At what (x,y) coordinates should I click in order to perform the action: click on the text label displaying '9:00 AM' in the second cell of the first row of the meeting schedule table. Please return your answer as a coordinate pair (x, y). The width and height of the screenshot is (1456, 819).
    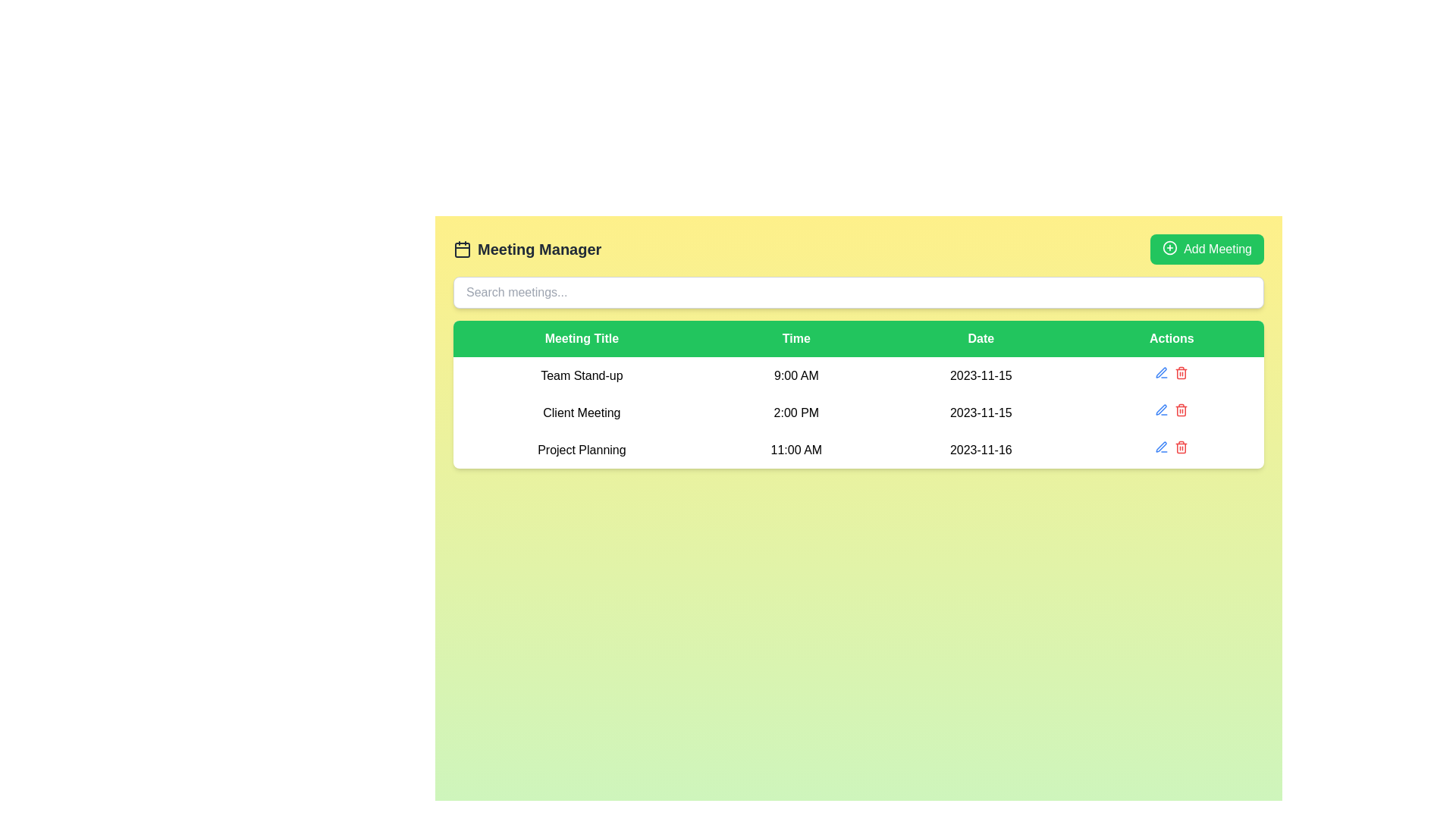
    Looking at the image, I should click on (795, 375).